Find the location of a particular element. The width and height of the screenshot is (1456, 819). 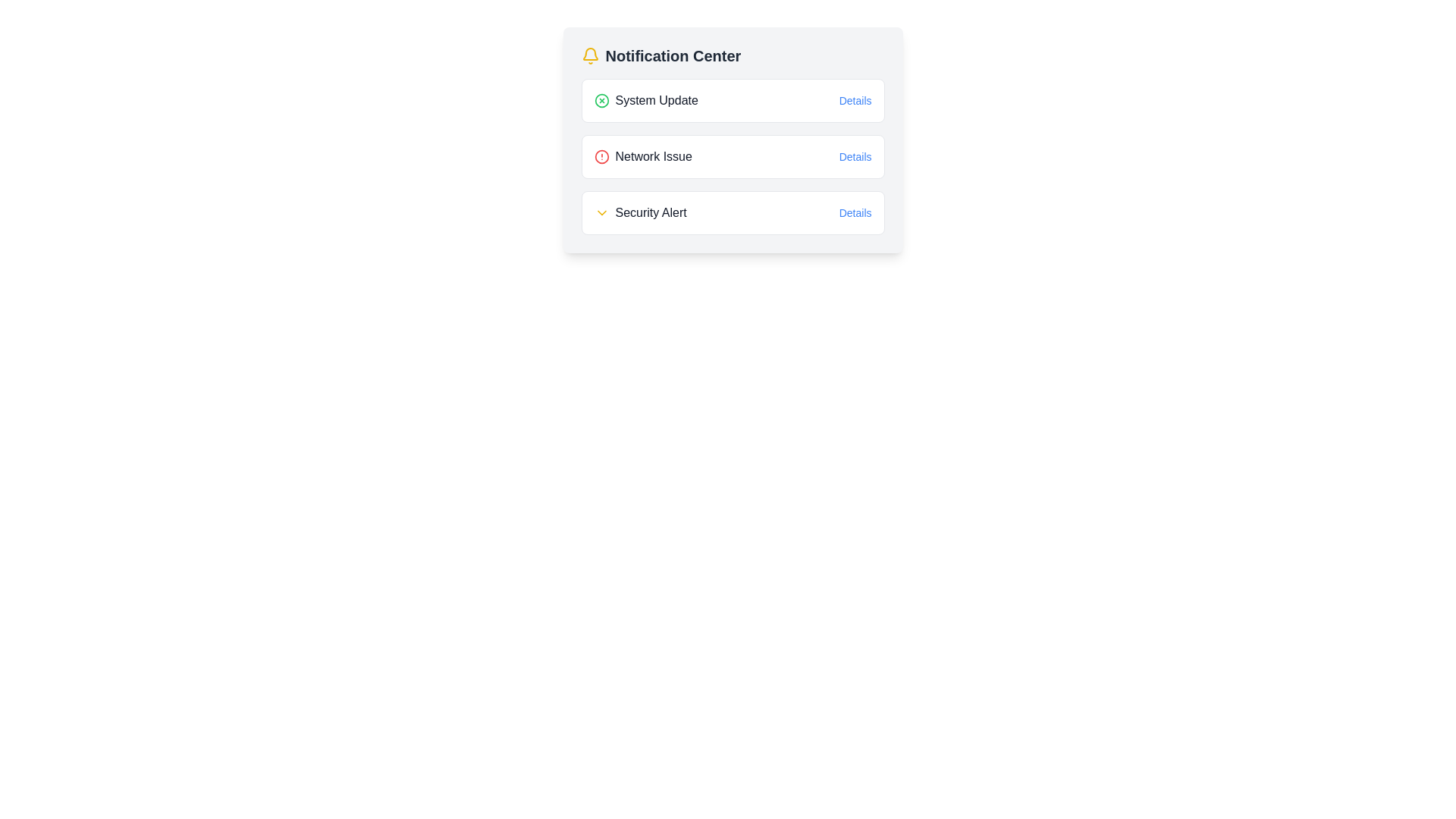

the hyperlink/button located at the right end of the 'Security Alert' notification entry is located at coordinates (855, 213).